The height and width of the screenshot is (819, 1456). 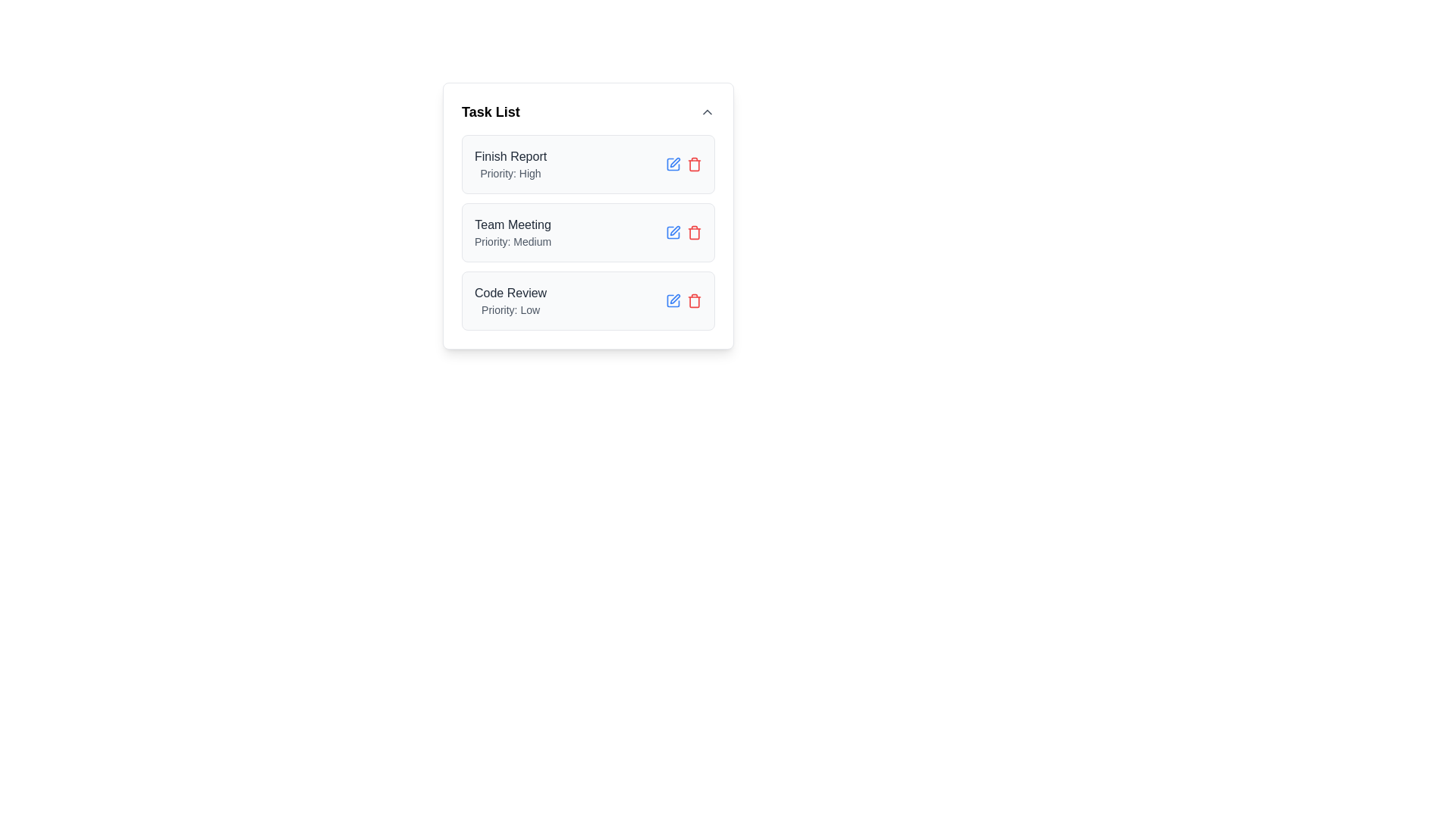 I want to click on the second item in the 'Task List', so click(x=588, y=233).